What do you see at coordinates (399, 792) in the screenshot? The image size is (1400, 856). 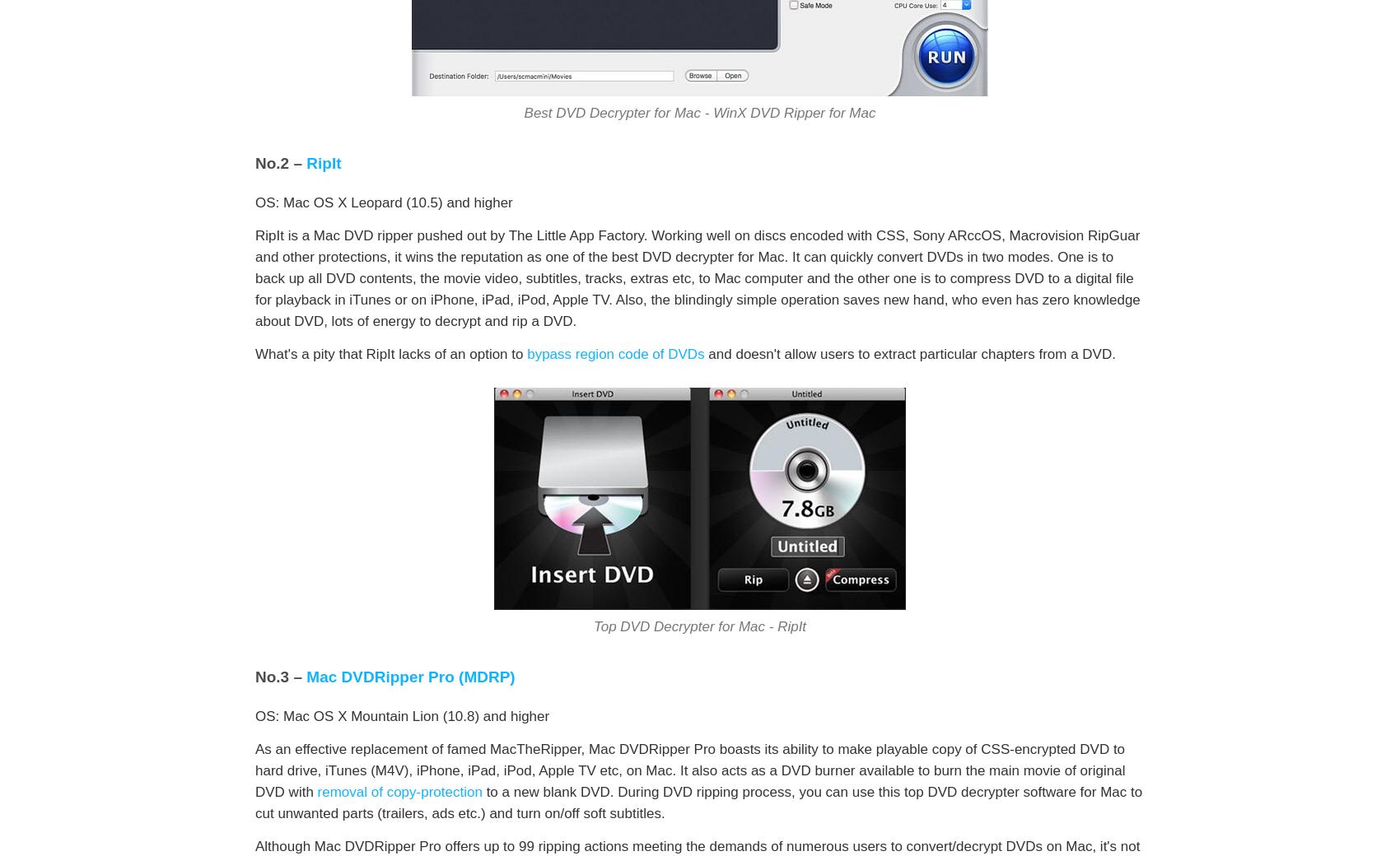 I see `'removal of copy-protection'` at bounding box center [399, 792].